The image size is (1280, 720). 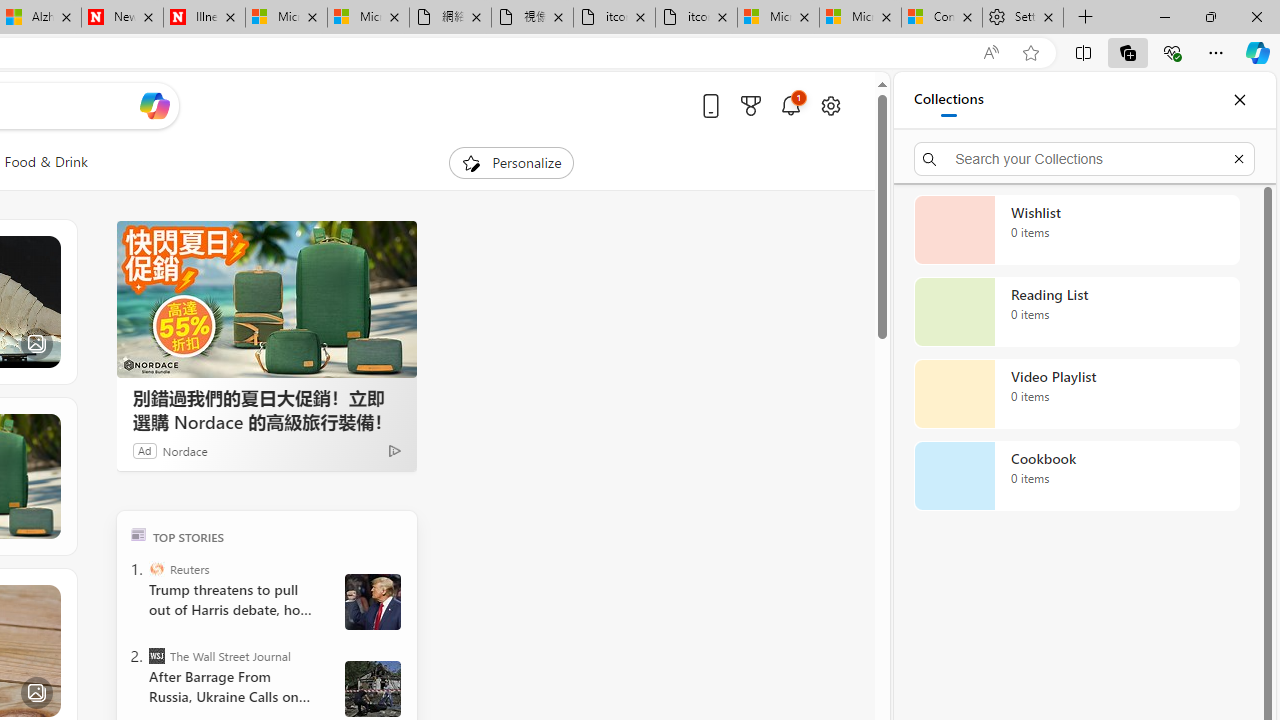 What do you see at coordinates (204, 17) in the screenshot?
I see `'Illness news & latest pictures from Newsweek.com'` at bounding box center [204, 17].